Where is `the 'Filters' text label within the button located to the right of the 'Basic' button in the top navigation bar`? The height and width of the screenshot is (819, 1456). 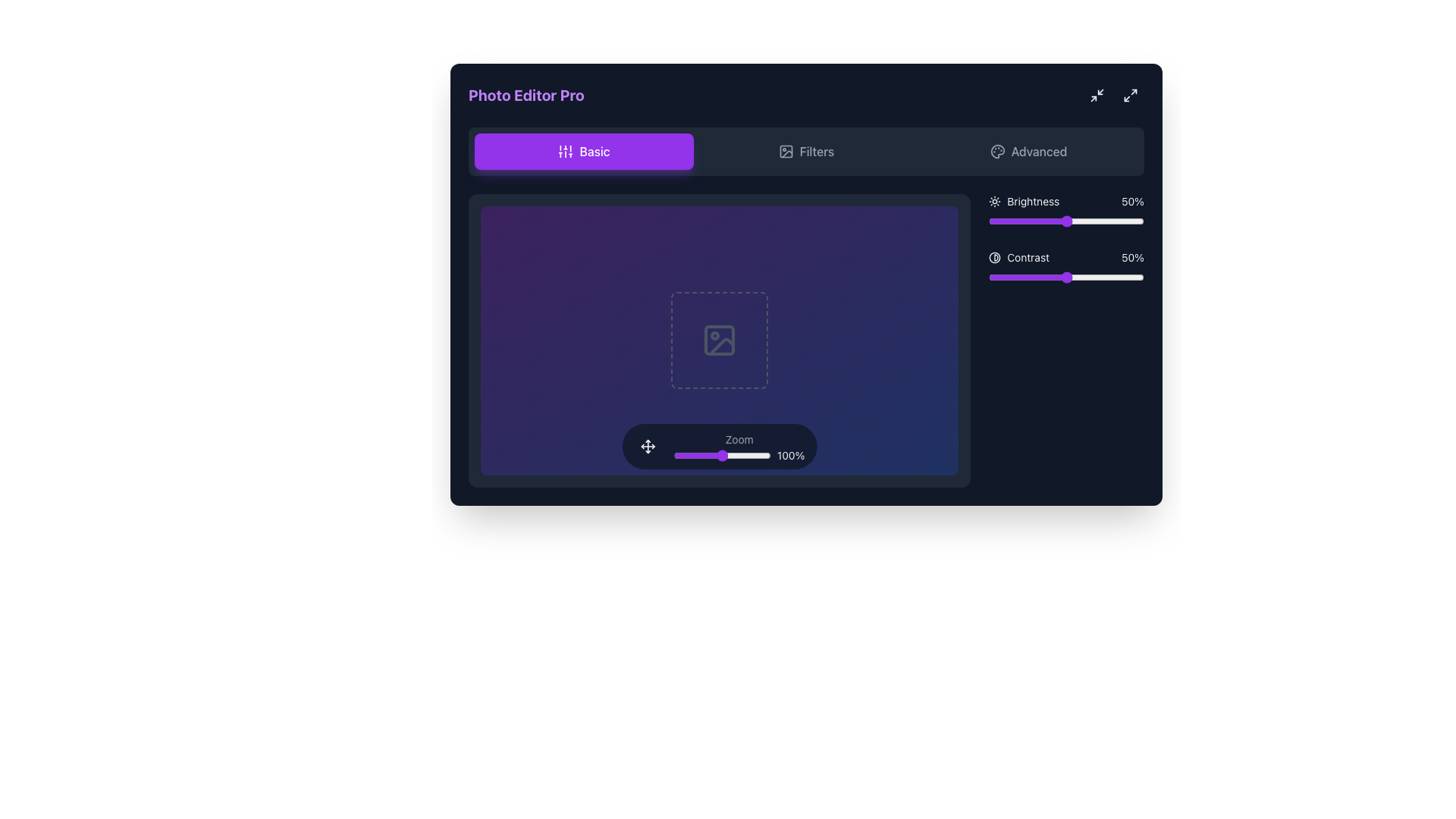
the 'Filters' text label within the button located to the right of the 'Basic' button in the top navigation bar is located at coordinates (816, 152).